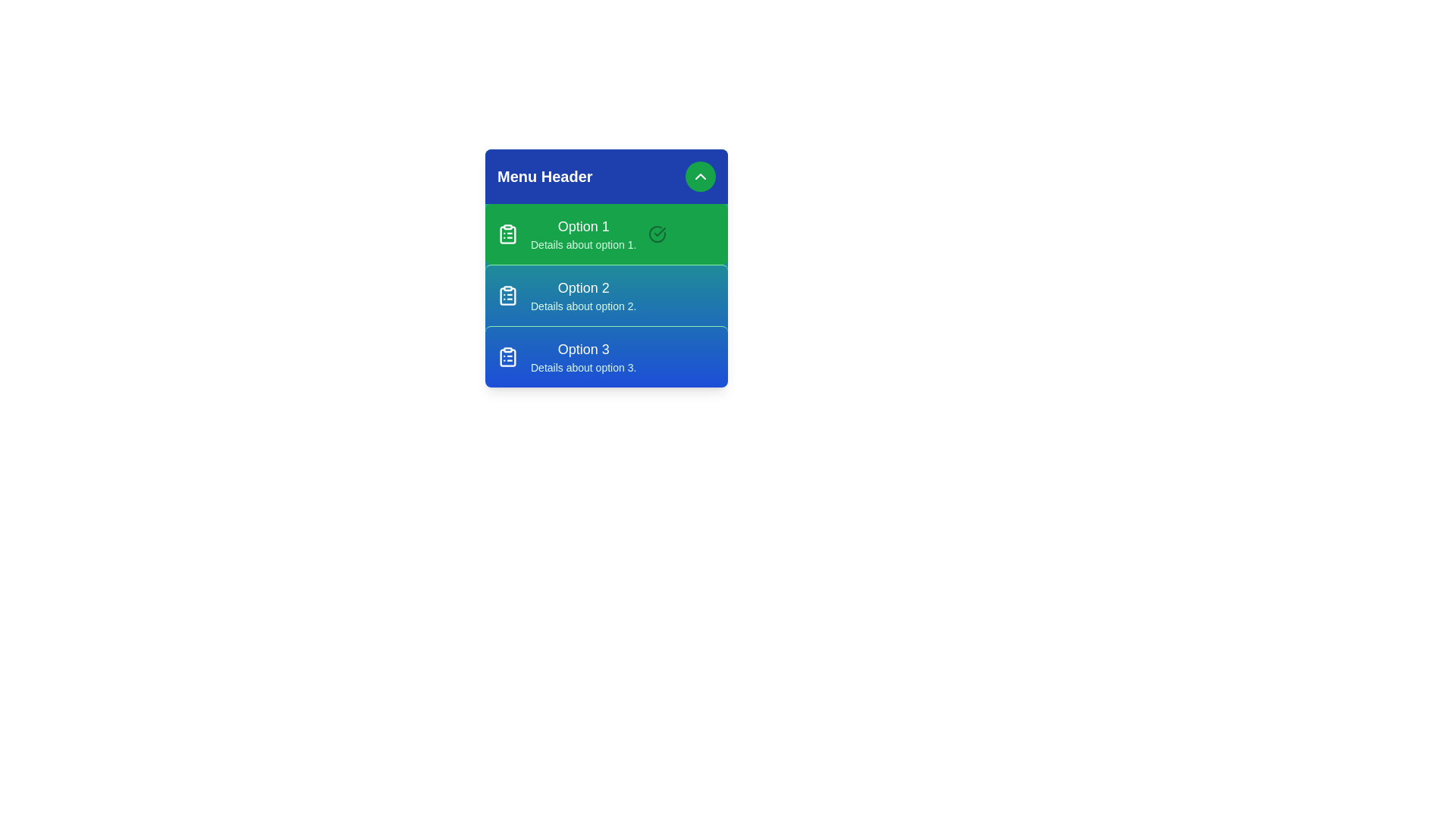  Describe the element at coordinates (607, 356) in the screenshot. I see `the menu option Option 3 to reveal its description` at that location.